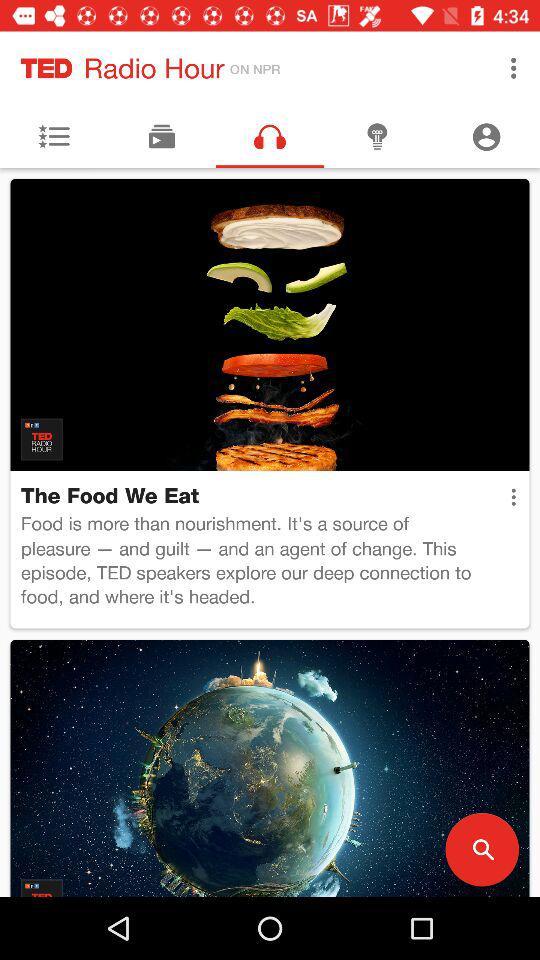 This screenshot has height=960, width=540. What do you see at coordinates (481, 848) in the screenshot?
I see `item below food is more` at bounding box center [481, 848].